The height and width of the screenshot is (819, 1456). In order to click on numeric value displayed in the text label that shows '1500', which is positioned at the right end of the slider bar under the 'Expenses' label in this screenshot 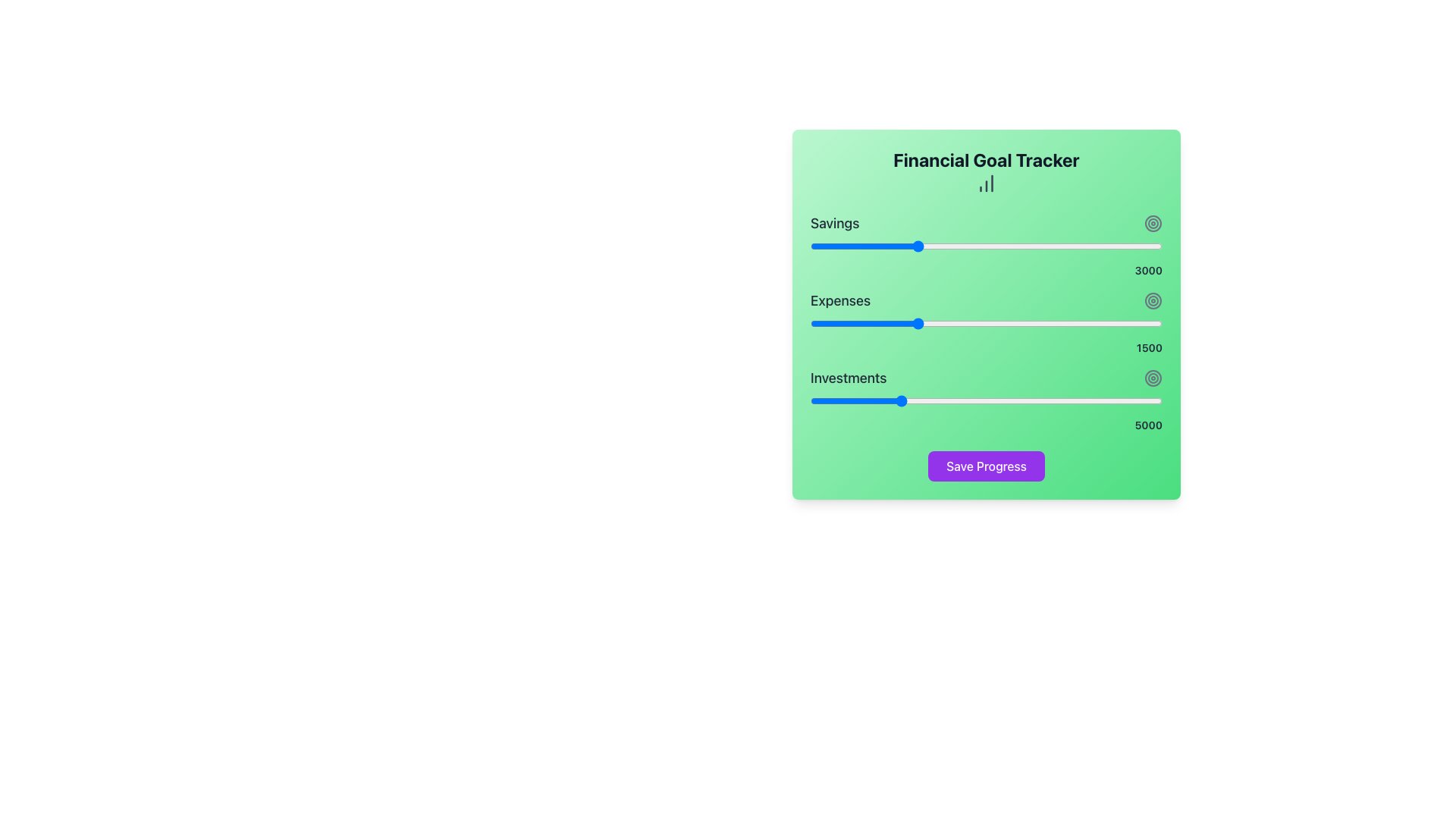, I will do `click(986, 348)`.